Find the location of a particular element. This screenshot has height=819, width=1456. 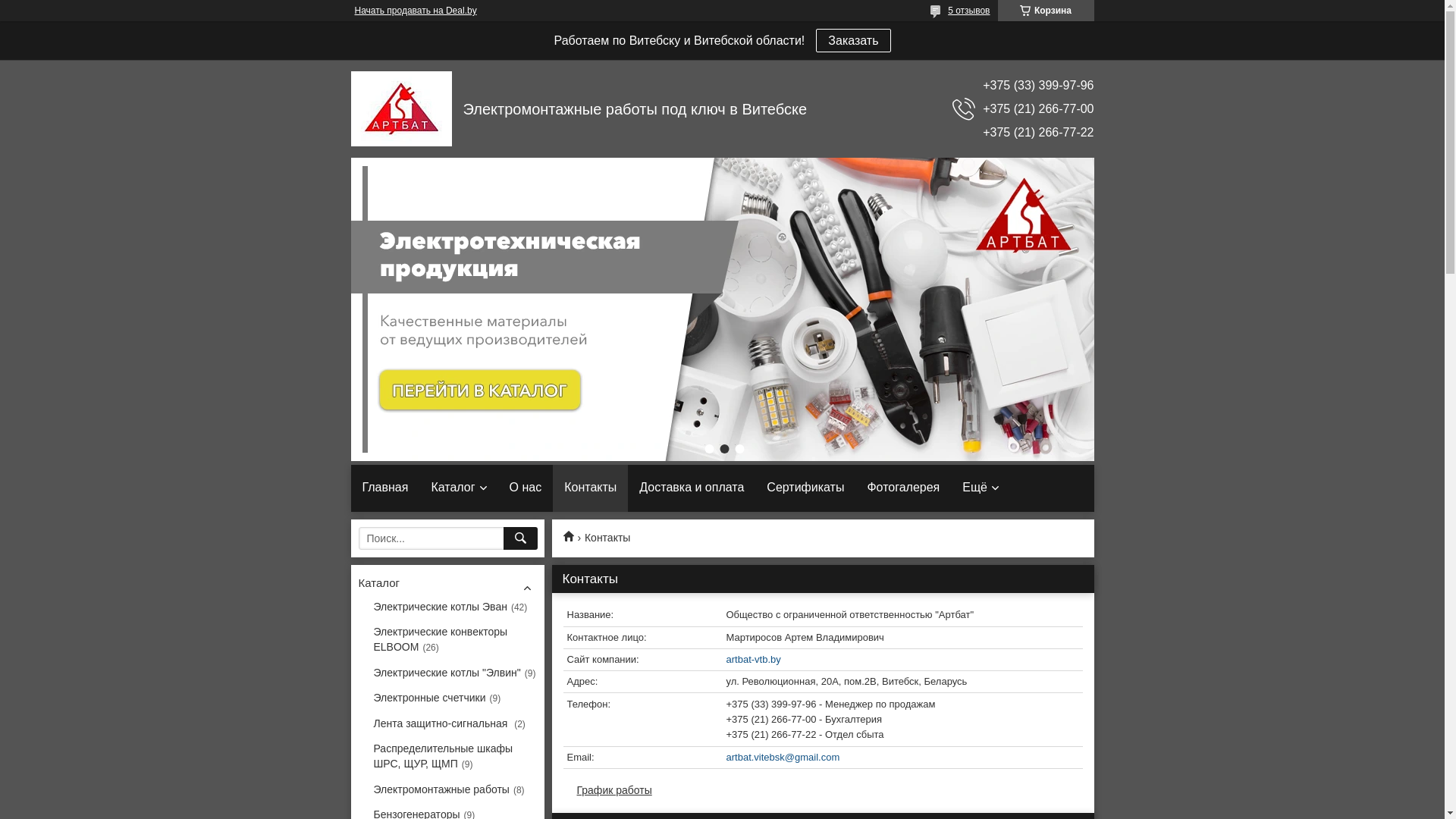

'artbat.vitebsk@gmail.com' is located at coordinates (821, 758).